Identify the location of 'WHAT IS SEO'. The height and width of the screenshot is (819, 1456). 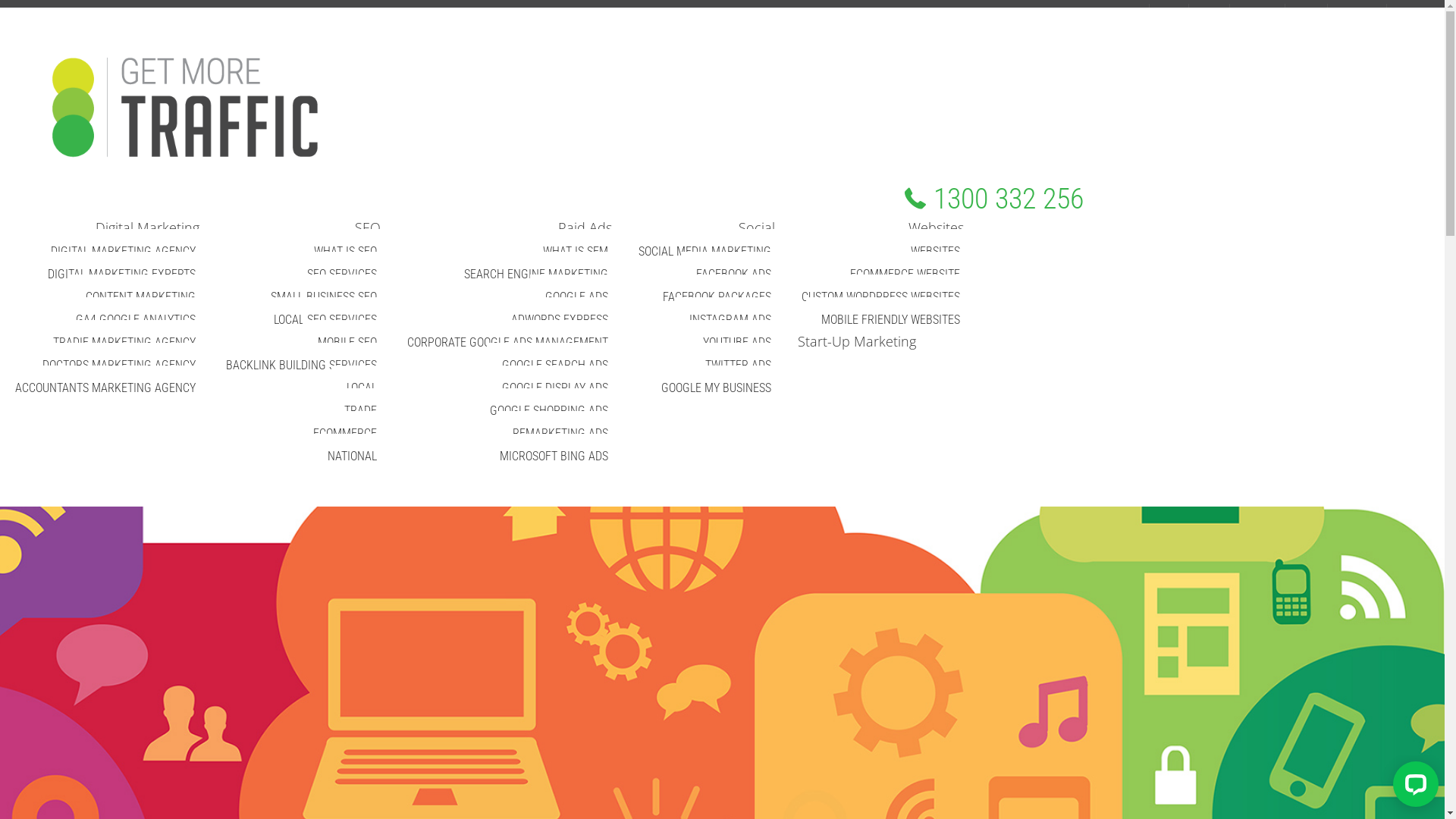
(344, 250).